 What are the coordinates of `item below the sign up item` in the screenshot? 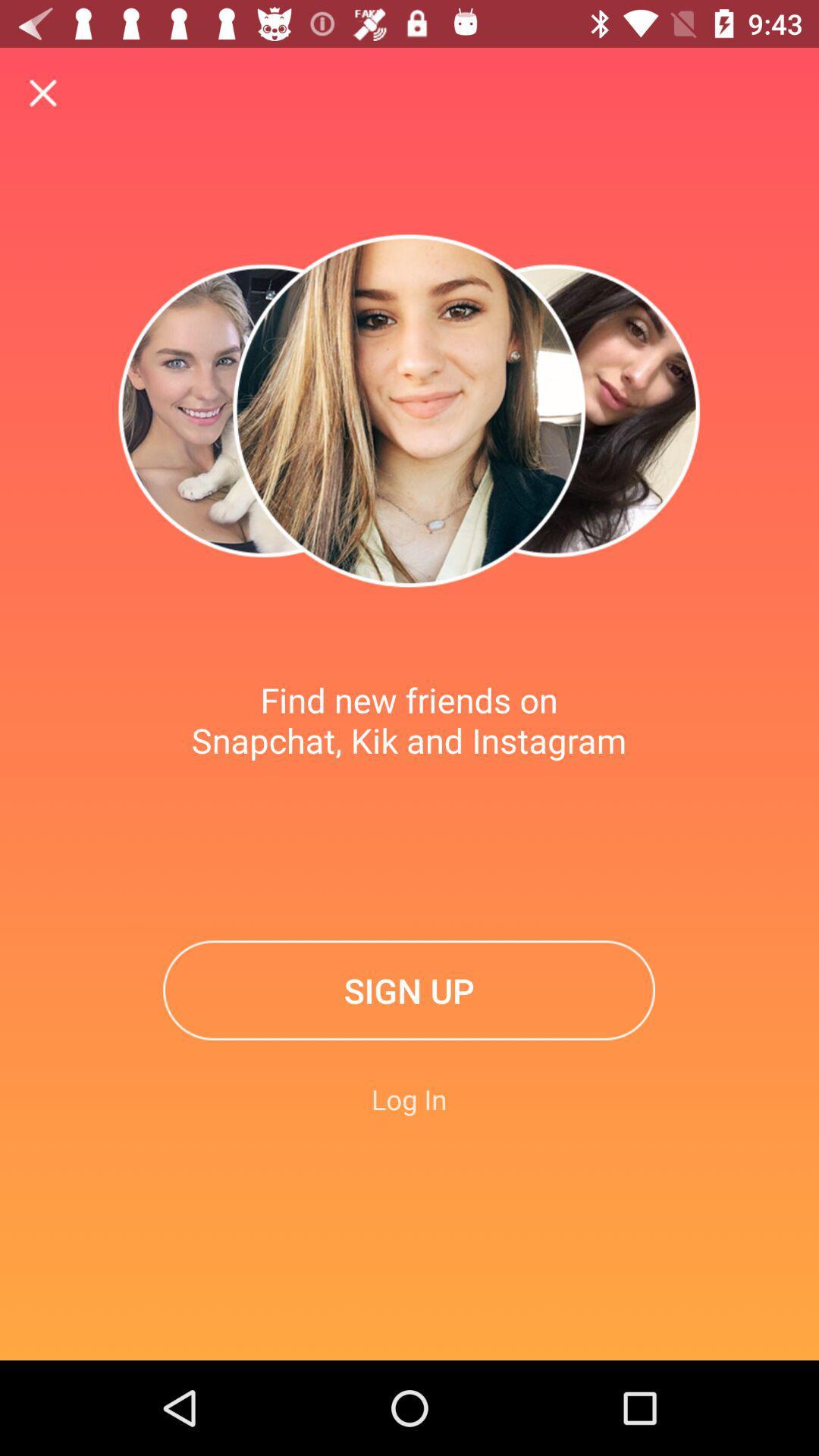 It's located at (408, 1099).